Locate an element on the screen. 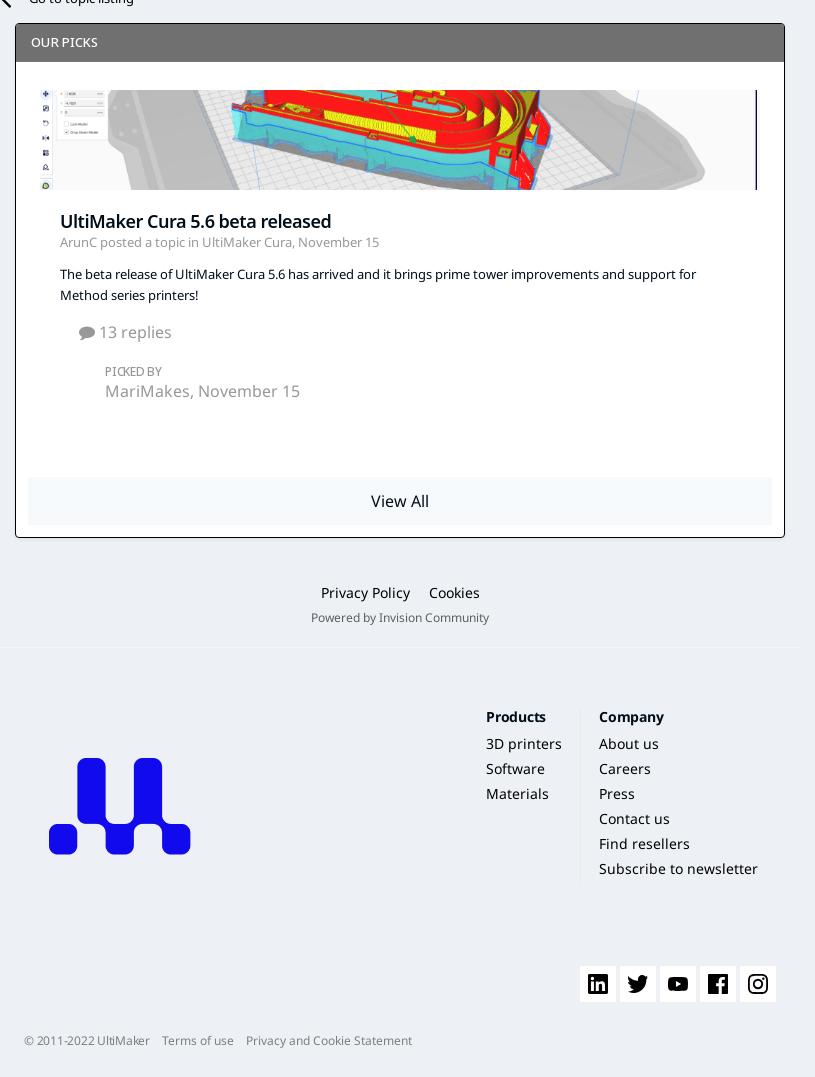  'Picked By' is located at coordinates (132, 369).